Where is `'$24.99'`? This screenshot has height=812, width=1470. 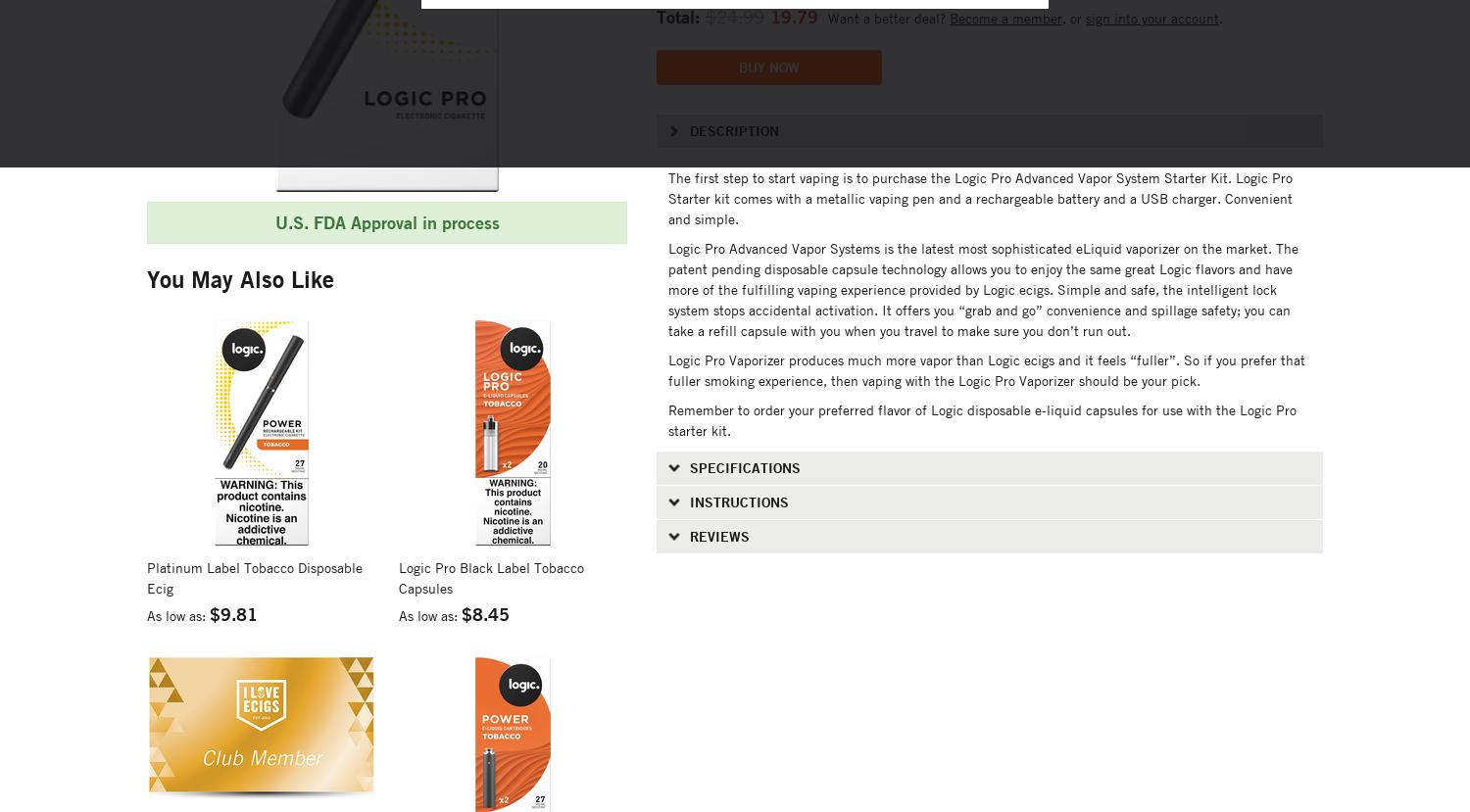 '$24.99' is located at coordinates (735, 16).